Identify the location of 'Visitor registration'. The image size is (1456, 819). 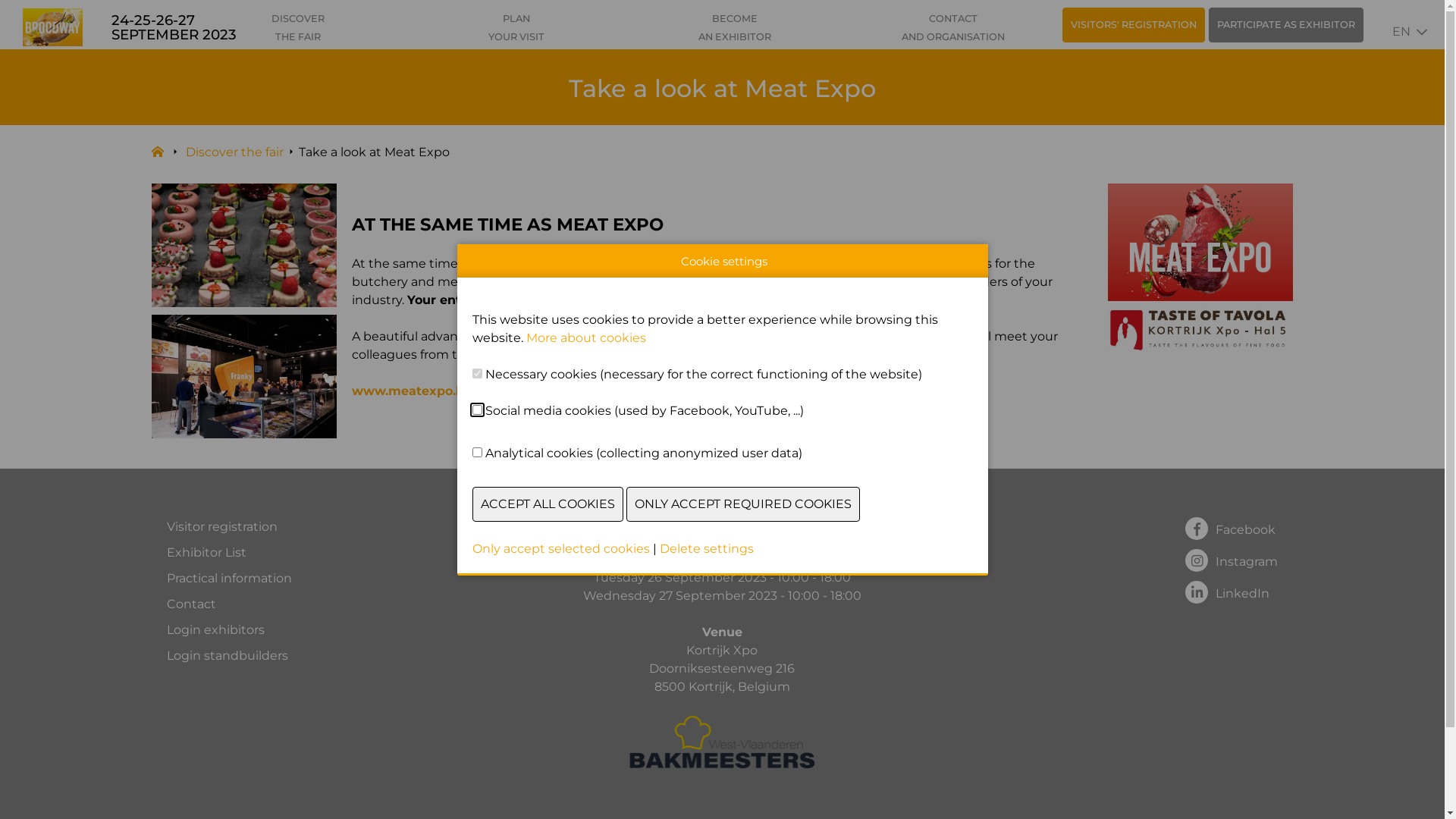
(167, 526).